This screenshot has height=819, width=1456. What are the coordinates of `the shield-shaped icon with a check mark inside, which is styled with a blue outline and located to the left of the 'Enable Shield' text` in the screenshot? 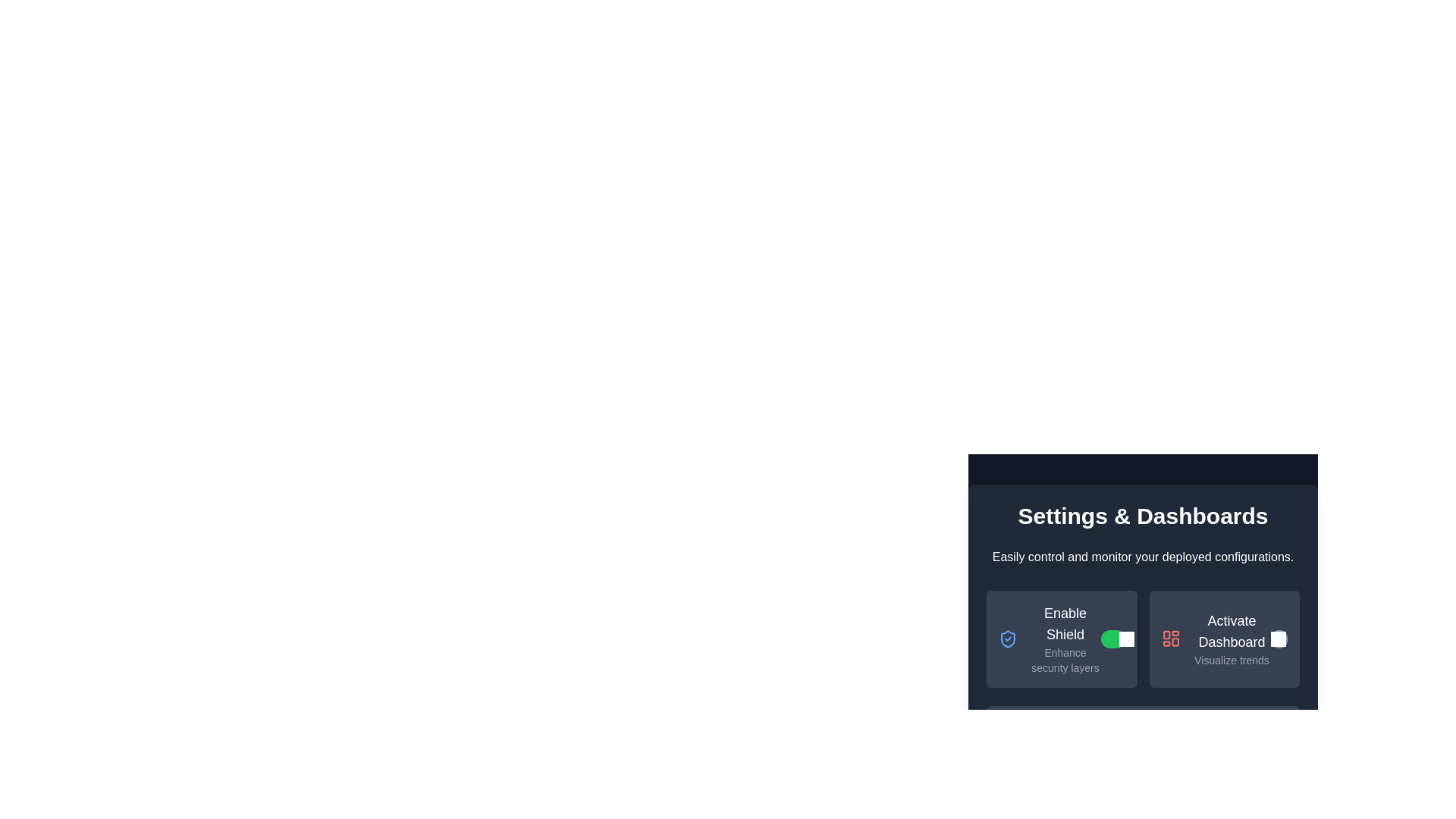 It's located at (1008, 639).